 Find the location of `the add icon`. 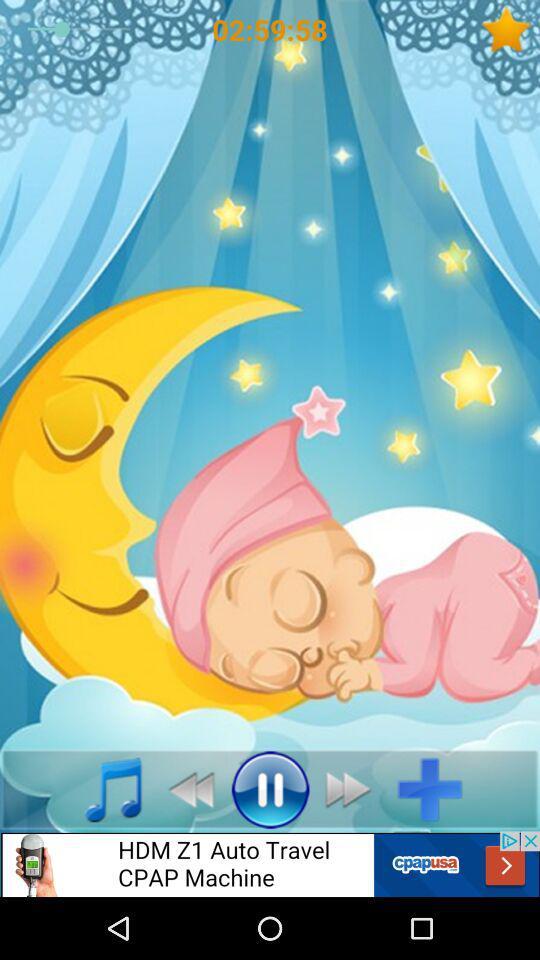

the add icon is located at coordinates (436, 789).